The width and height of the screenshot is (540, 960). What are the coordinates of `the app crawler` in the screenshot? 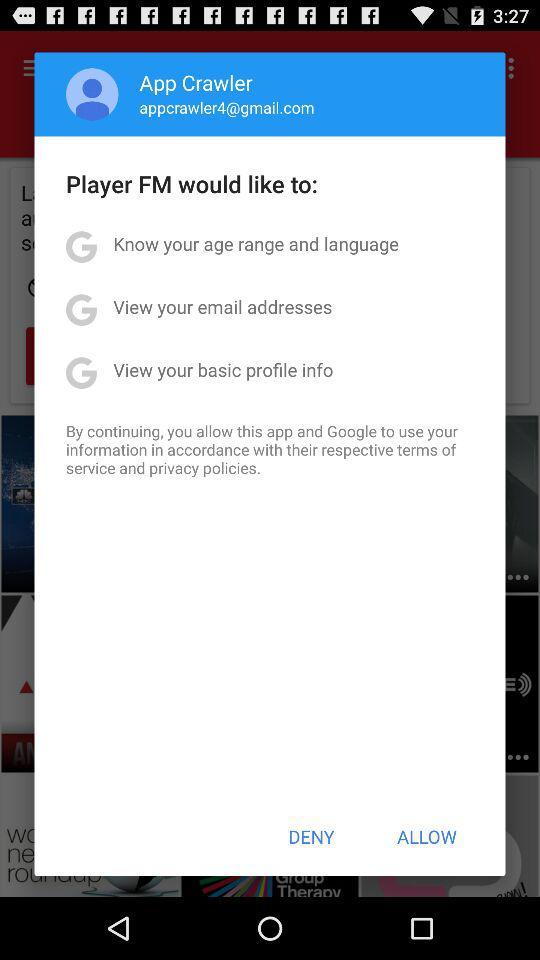 It's located at (196, 82).